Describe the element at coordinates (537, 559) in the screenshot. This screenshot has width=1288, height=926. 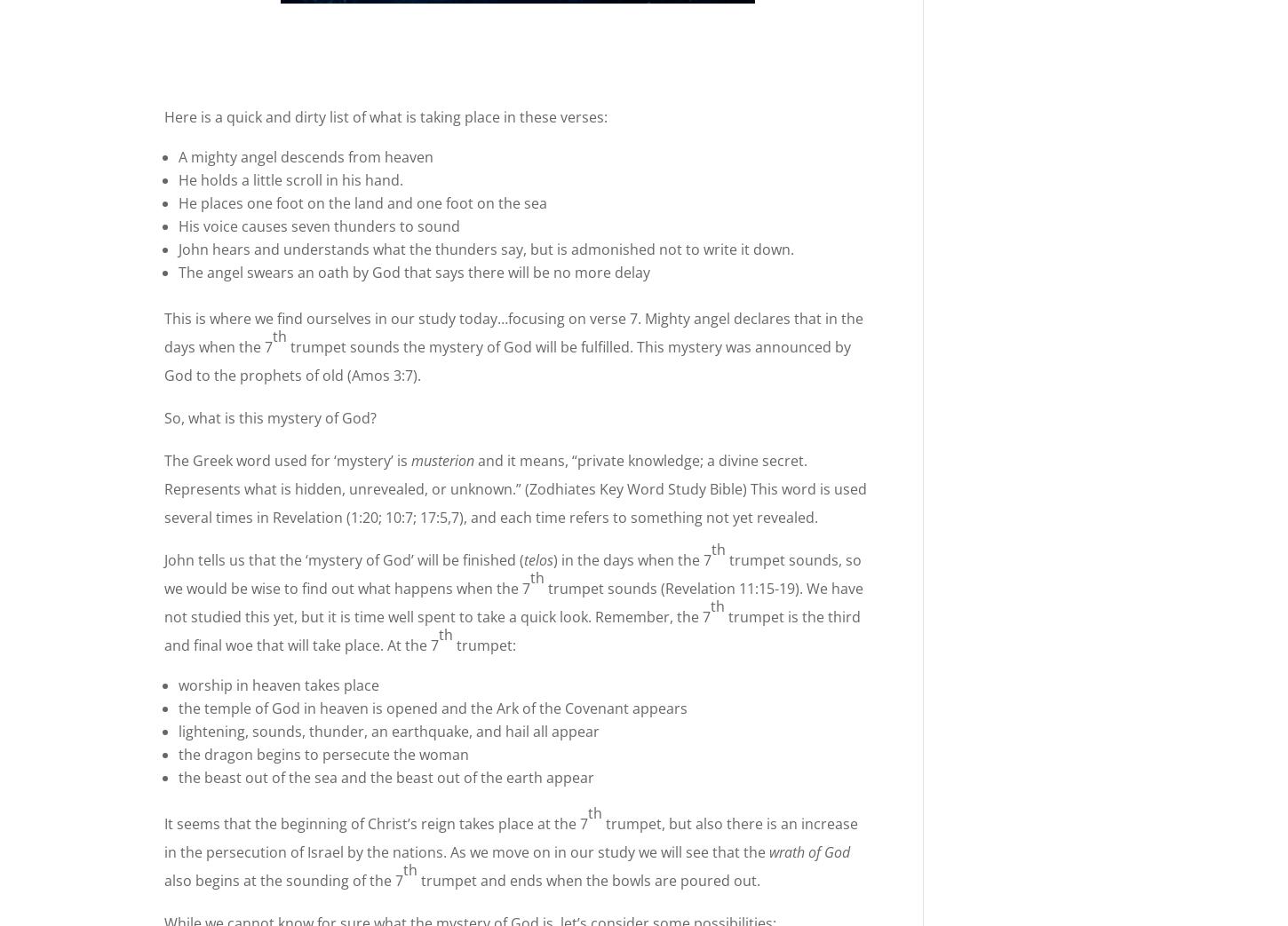
I see `'telos'` at that location.